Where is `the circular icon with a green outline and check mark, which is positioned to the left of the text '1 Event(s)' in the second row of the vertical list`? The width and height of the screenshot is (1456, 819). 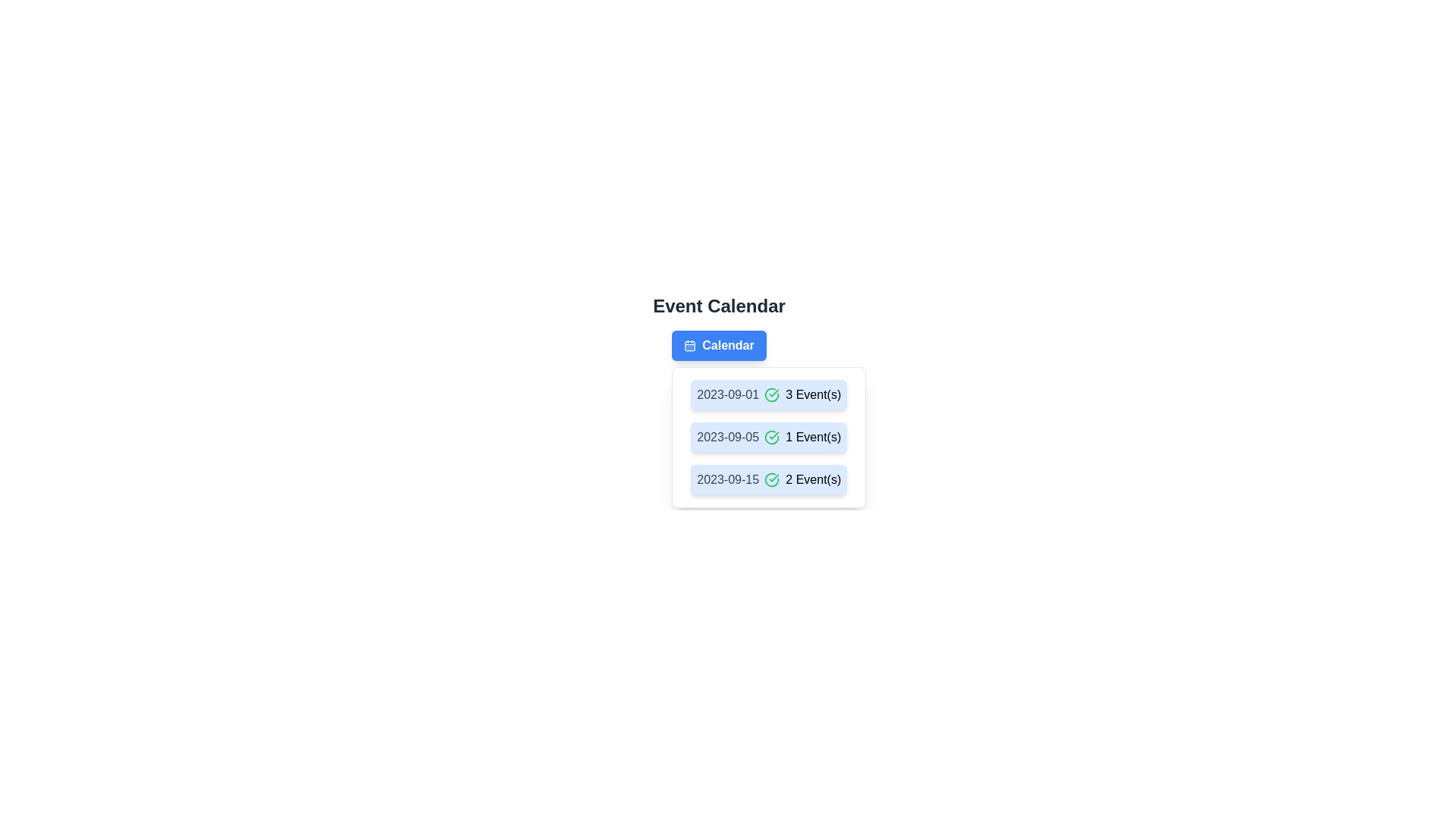 the circular icon with a green outline and check mark, which is positioned to the left of the text '1 Event(s)' in the second row of the vertical list is located at coordinates (772, 438).